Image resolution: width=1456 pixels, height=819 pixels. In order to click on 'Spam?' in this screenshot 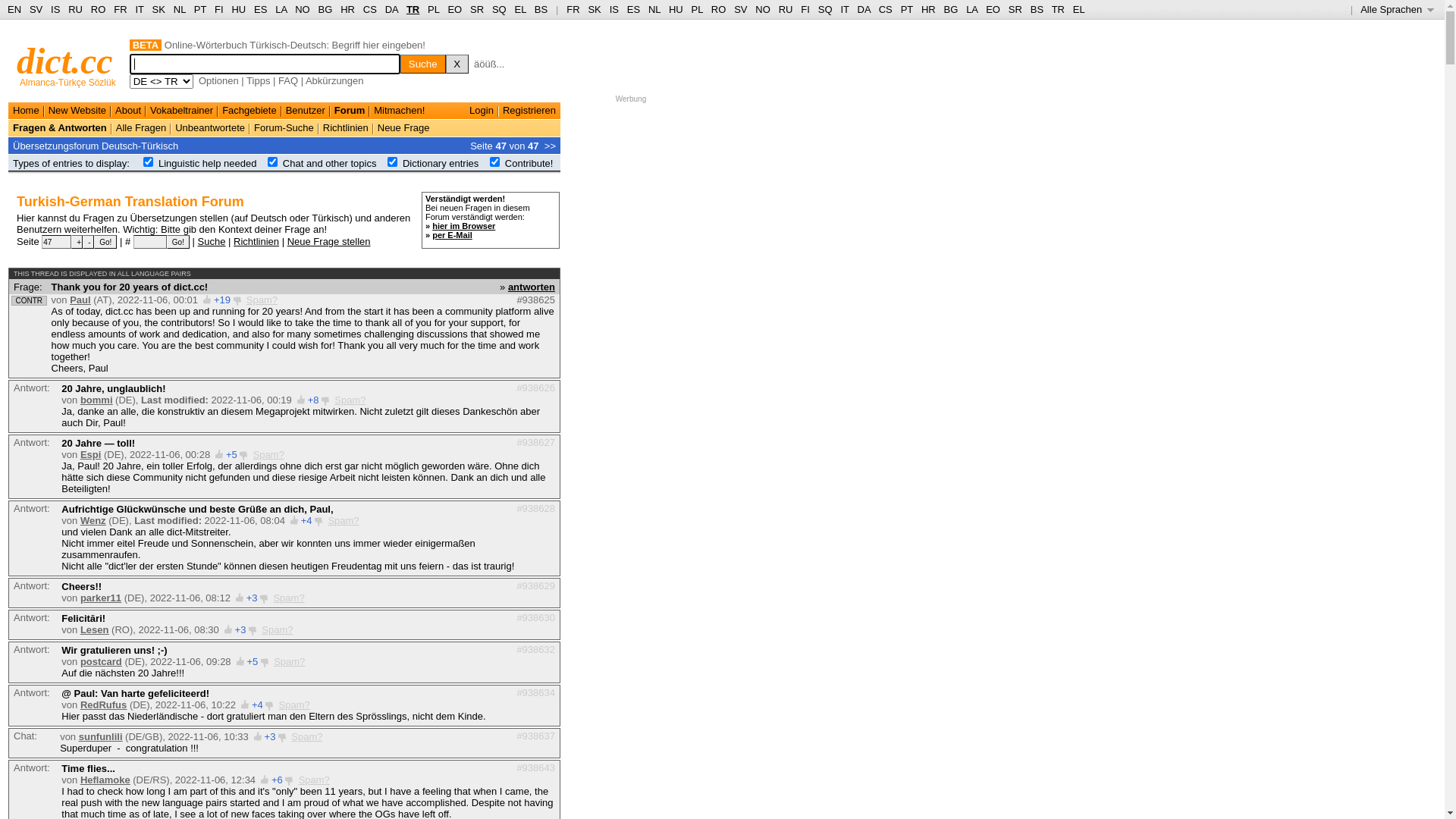, I will do `click(262, 629)`.